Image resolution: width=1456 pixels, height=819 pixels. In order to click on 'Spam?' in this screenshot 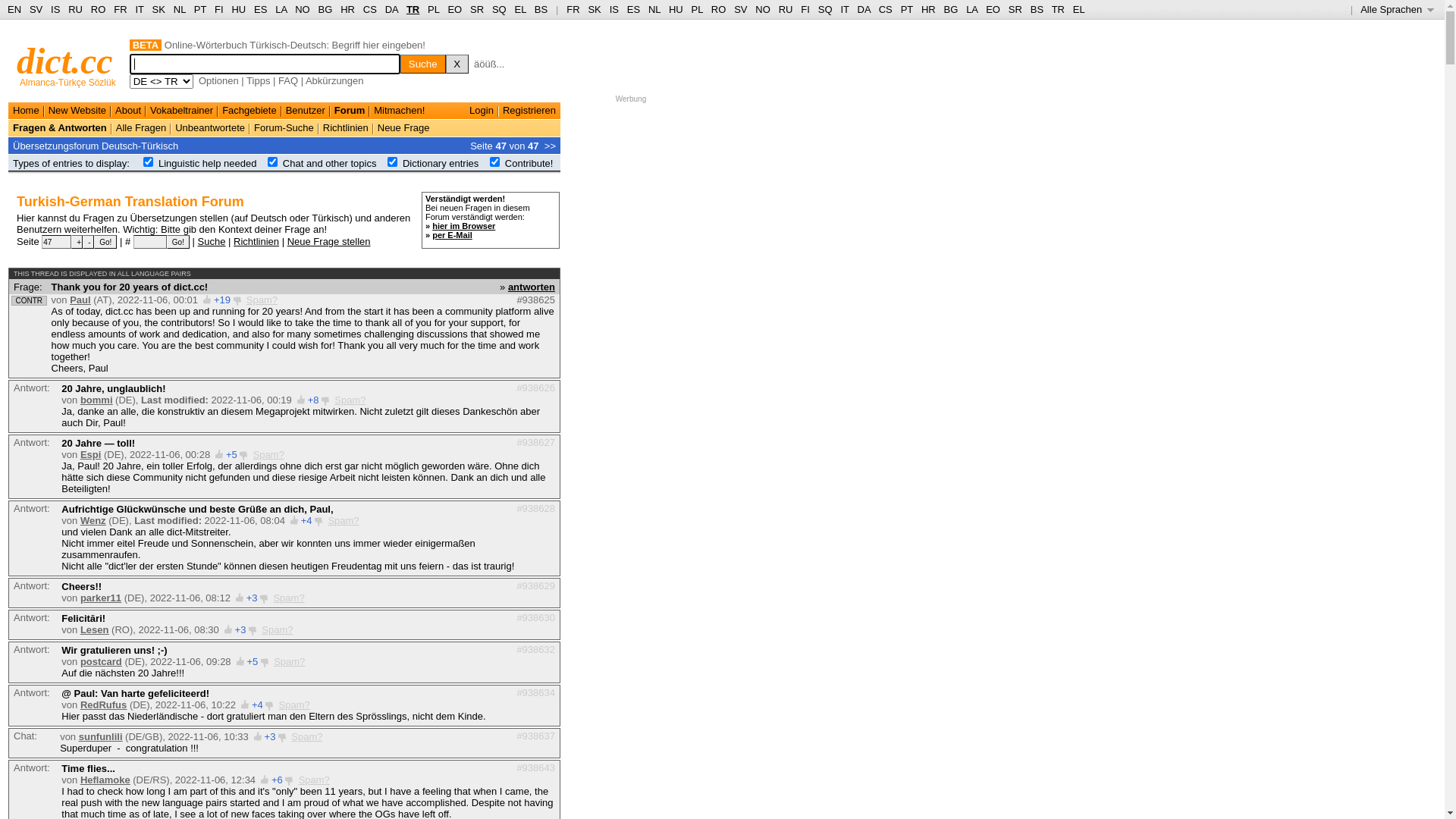, I will do `click(262, 629)`.